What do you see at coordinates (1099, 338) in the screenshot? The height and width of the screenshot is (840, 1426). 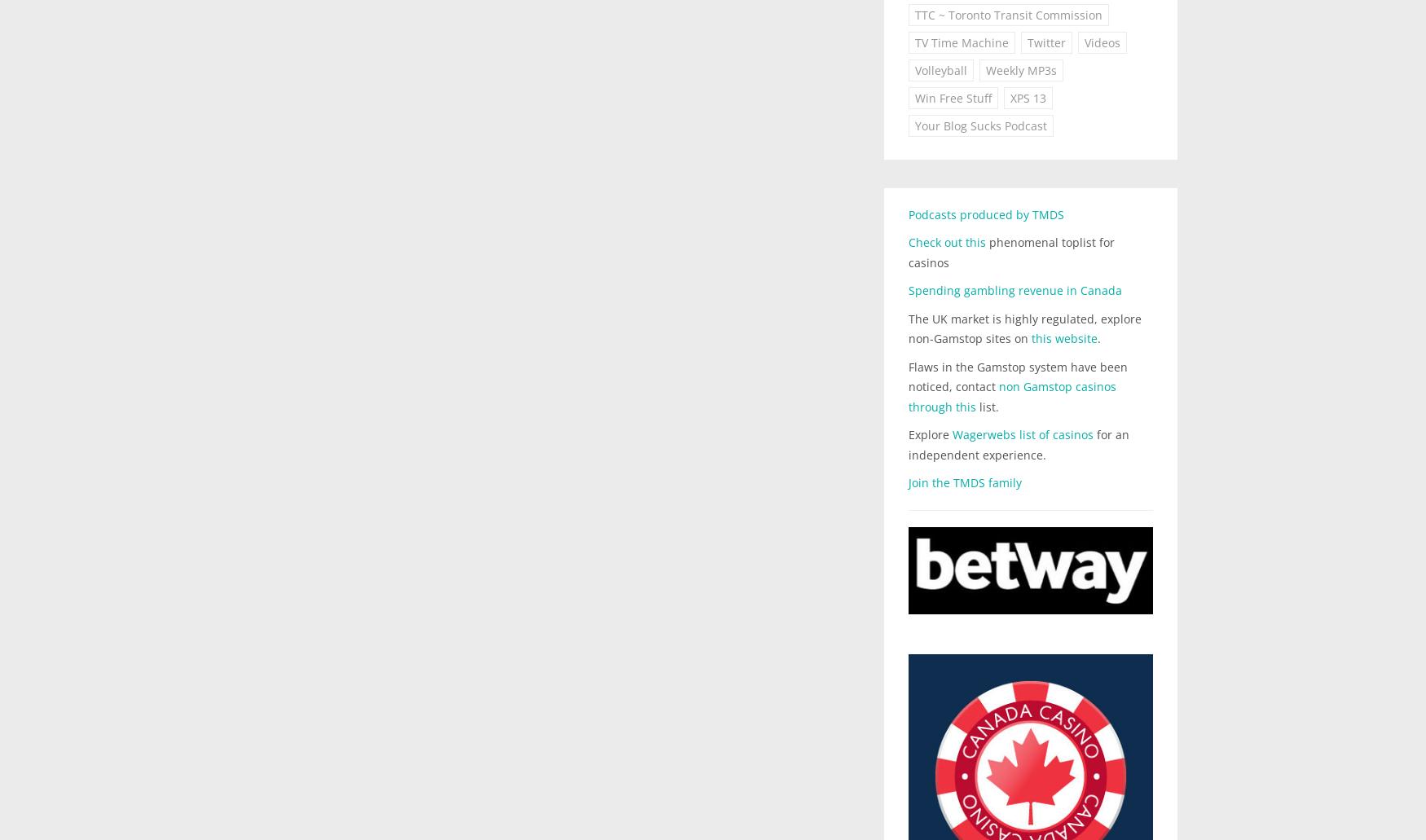 I see `'.'` at bounding box center [1099, 338].